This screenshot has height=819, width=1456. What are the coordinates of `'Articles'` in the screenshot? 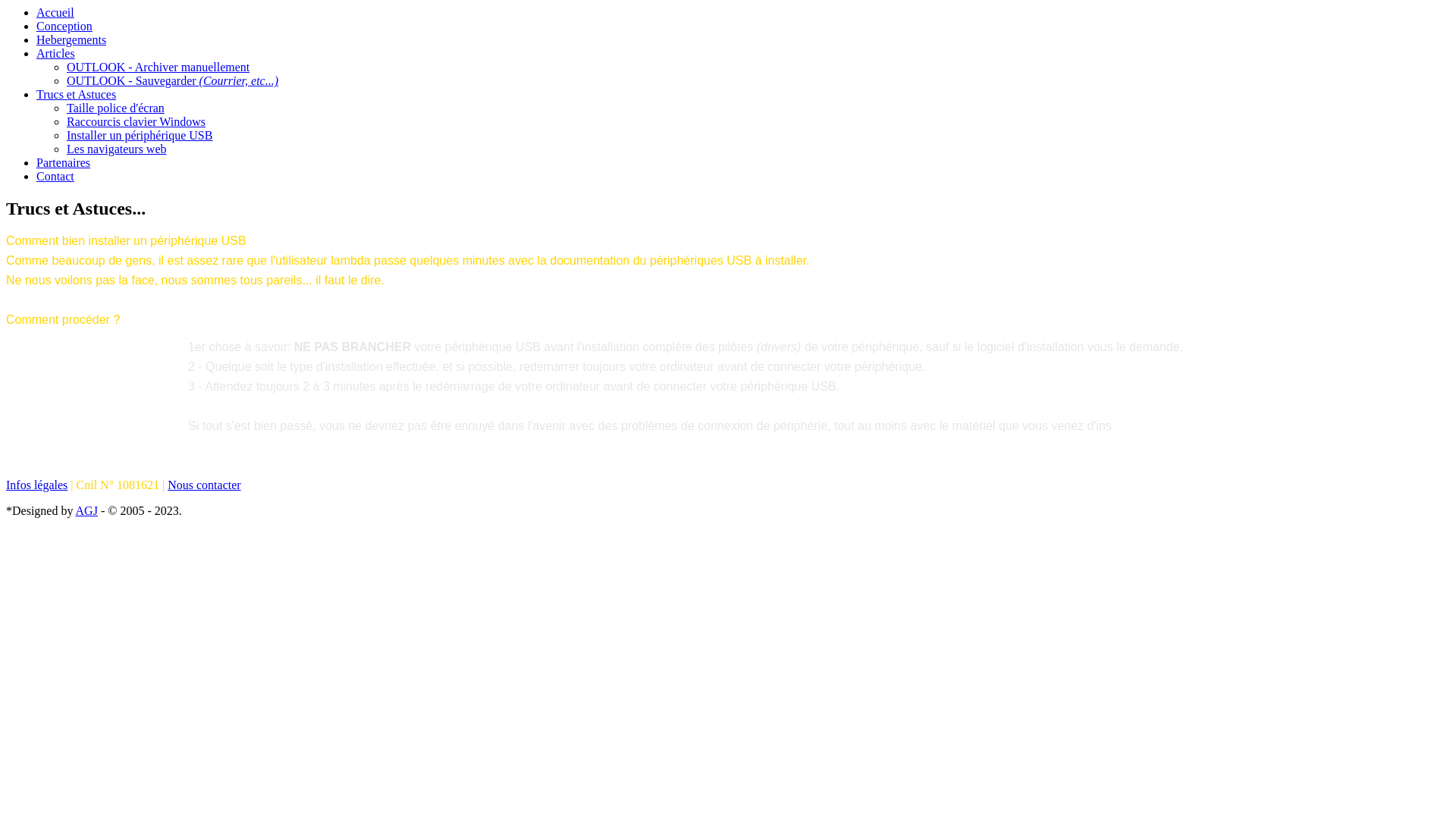 It's located at (55, 52).